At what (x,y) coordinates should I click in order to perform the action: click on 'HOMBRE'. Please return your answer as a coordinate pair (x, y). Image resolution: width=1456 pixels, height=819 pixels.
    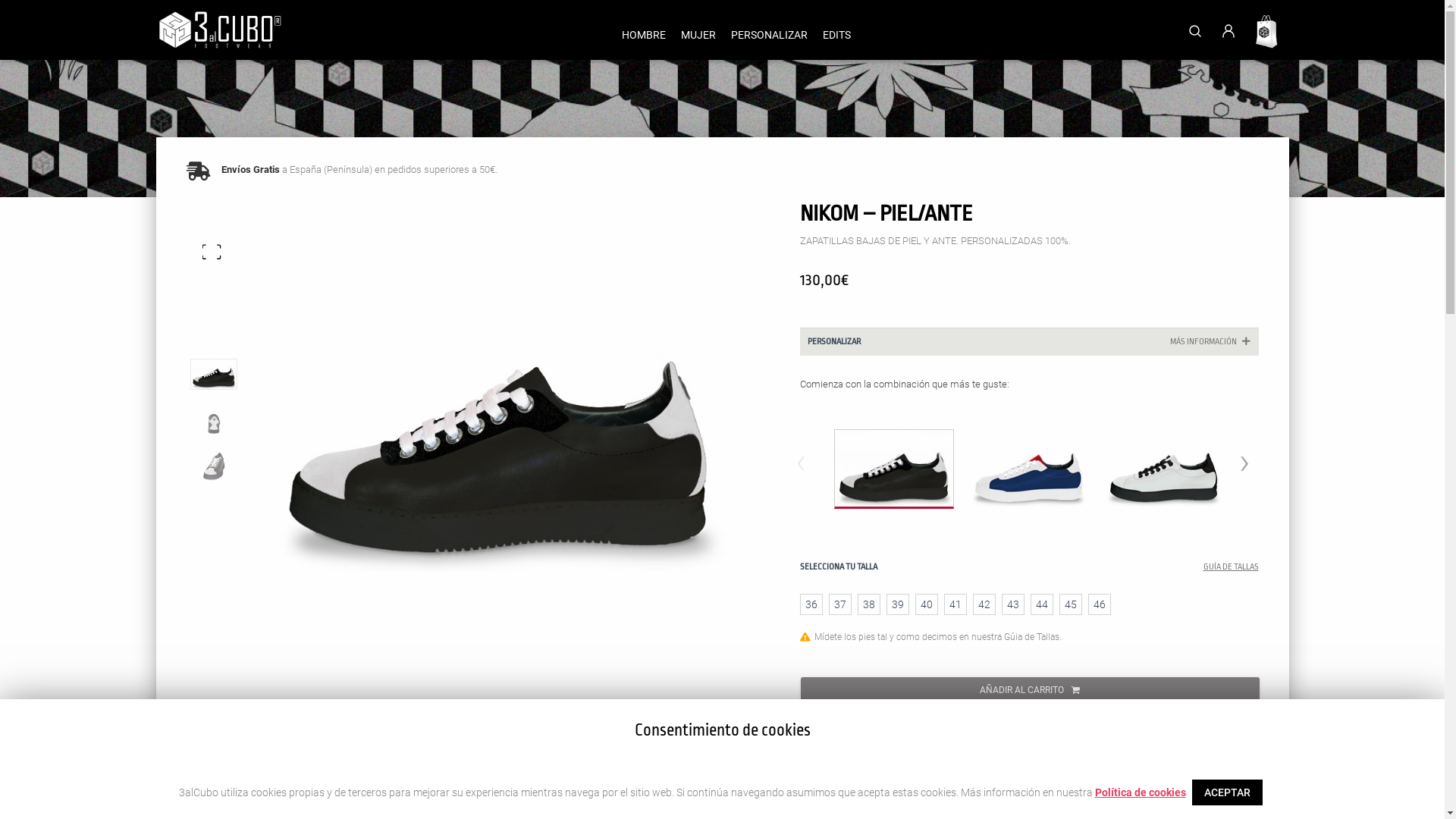
    Looking at the image, I should click on (644, 34).